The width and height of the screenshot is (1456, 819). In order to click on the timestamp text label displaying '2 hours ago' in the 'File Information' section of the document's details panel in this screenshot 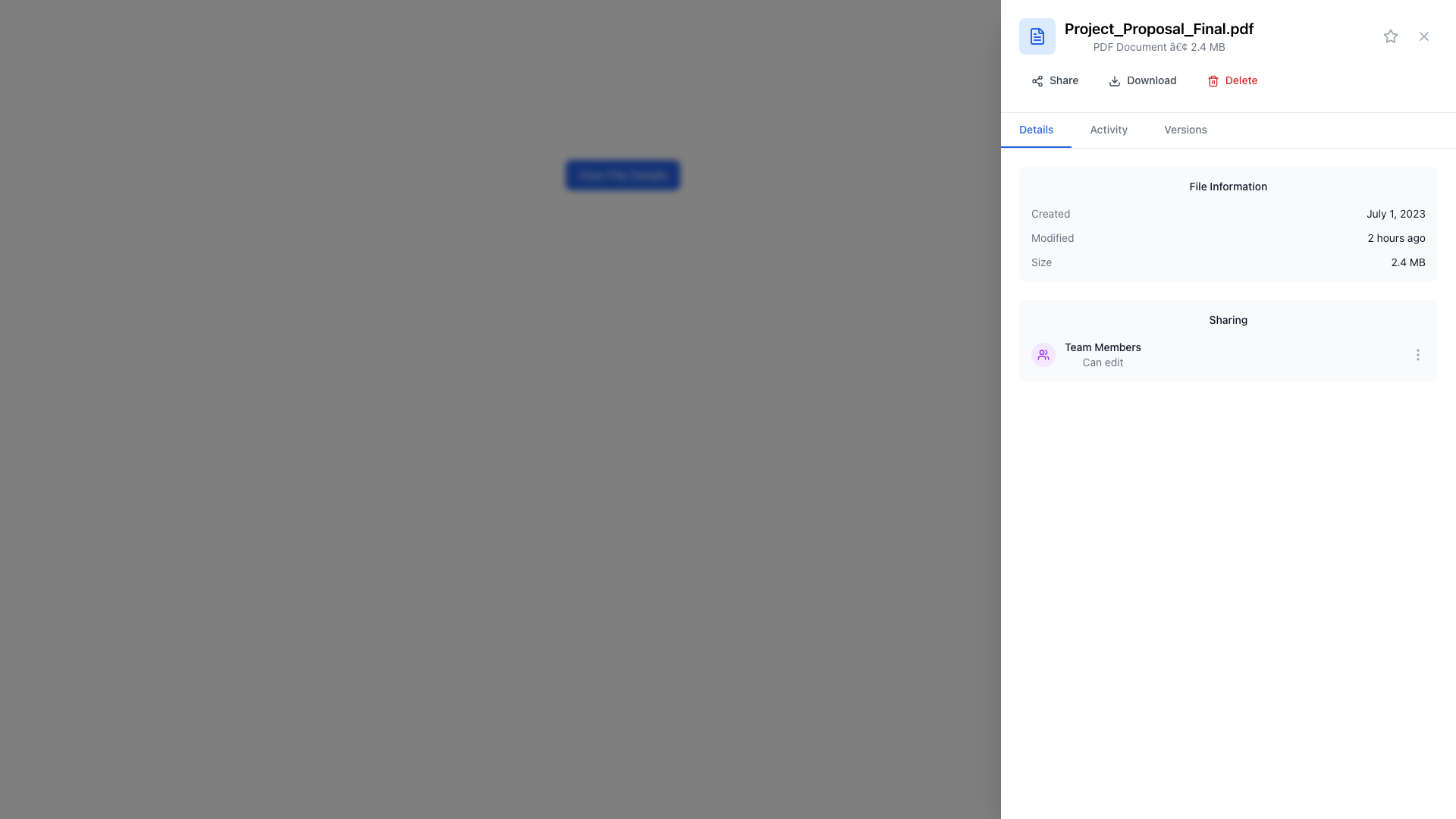, I will do `click(1395, 237)`.